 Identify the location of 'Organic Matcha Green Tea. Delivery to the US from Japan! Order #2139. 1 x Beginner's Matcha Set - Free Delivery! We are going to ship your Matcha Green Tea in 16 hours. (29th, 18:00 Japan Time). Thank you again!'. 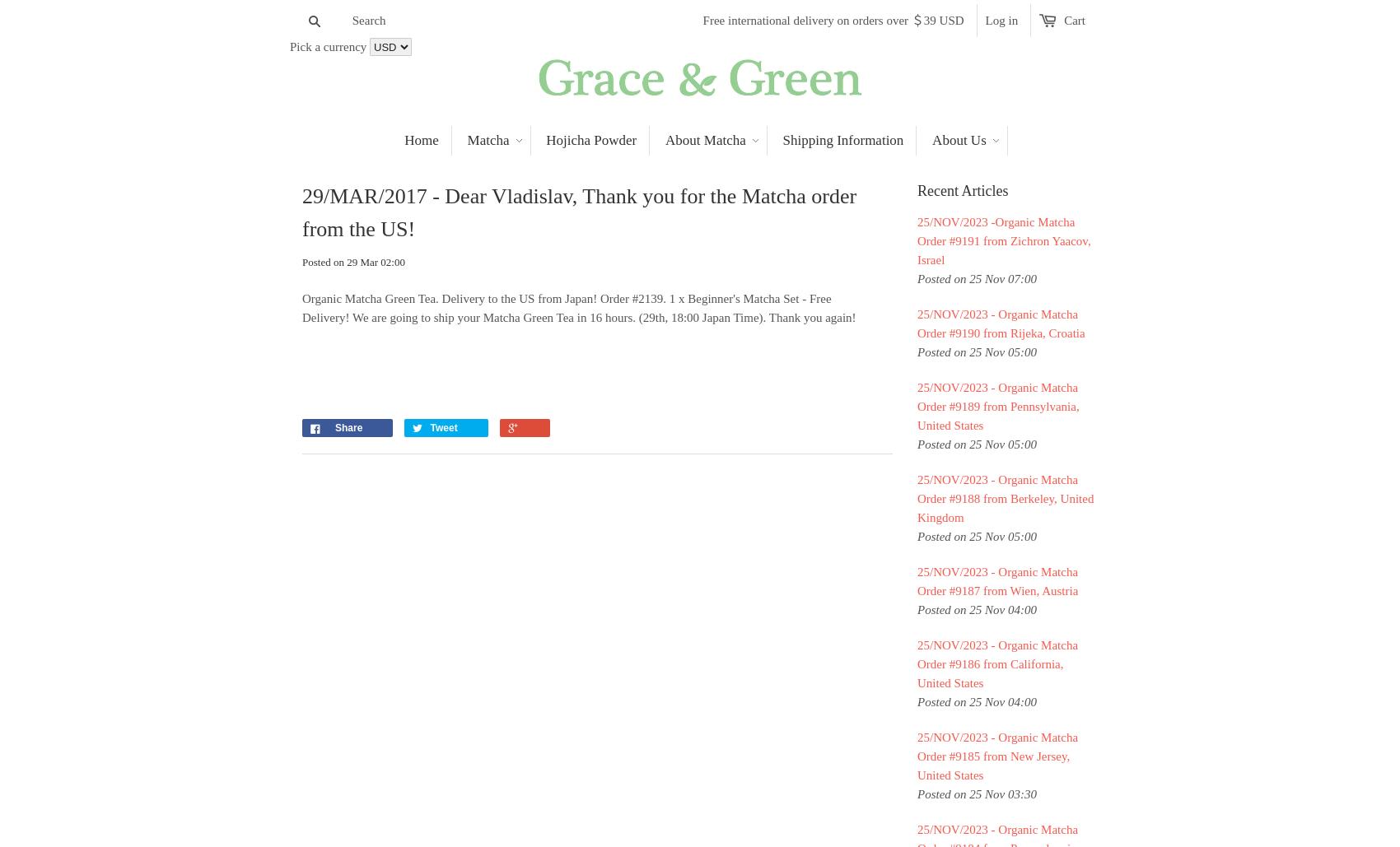
(578, 307).